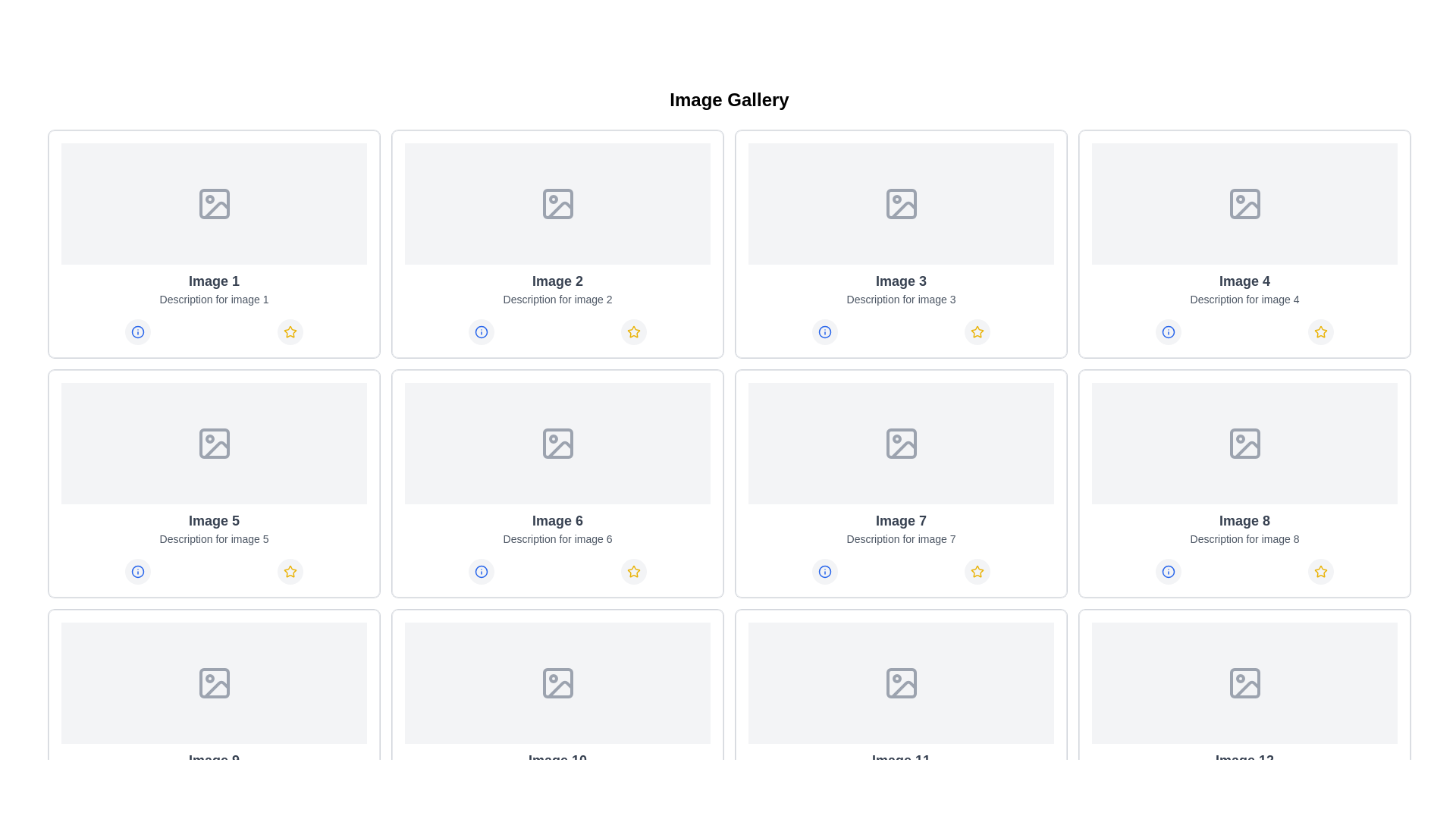 The image size is (1456, 819). Describe the element at coordinates (1244, 444) in the screenshot. I see `the outlined image icon with a light gray color, located in the eighth tile of the grid layout` at that location.